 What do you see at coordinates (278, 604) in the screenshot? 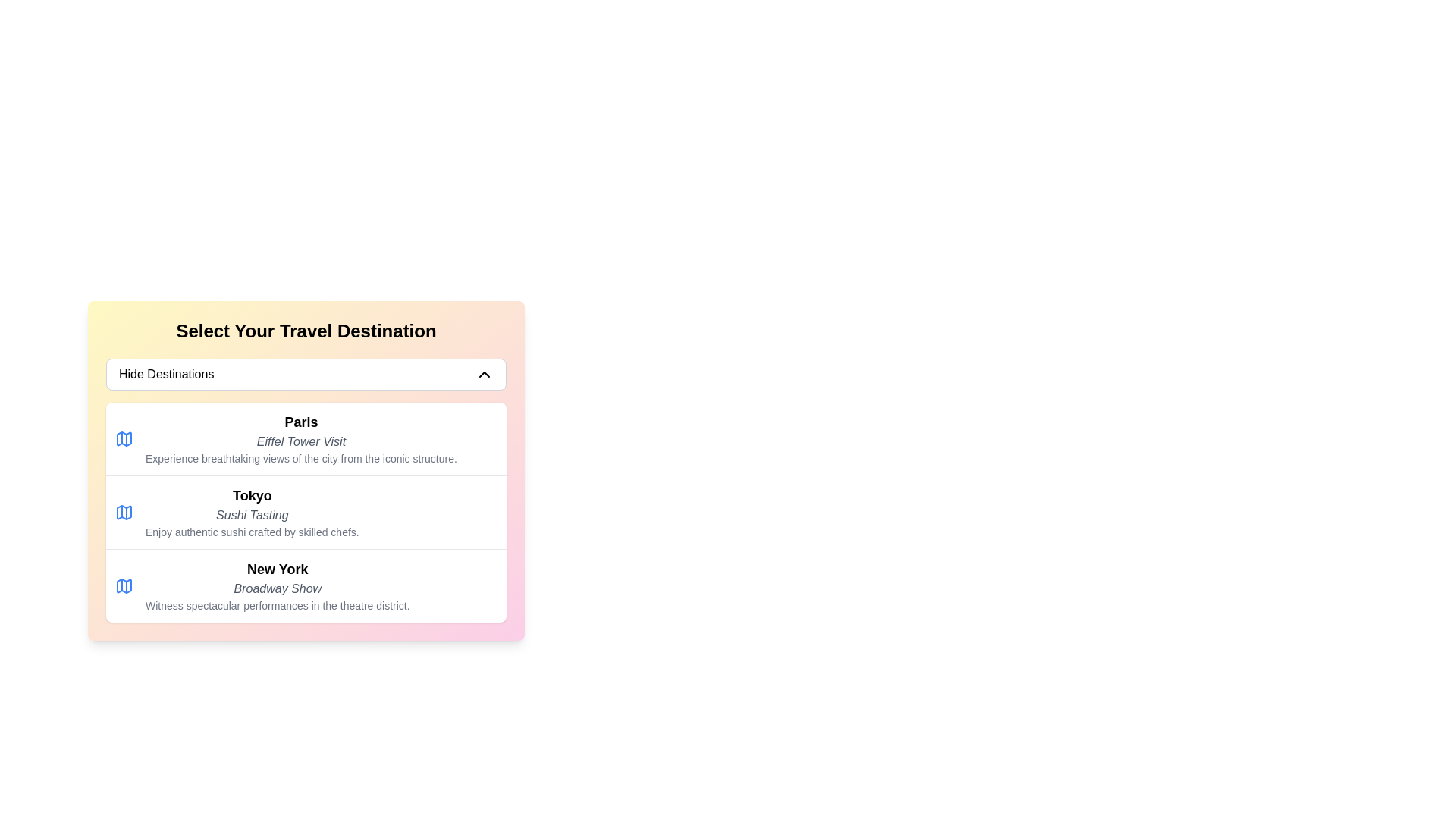
I see `the static text element that reads 'Witness spectacular performances in the theatre district.' located under the label 'New York Broadway Show' in the card for the New York destination` at bounding box center [278, 604].